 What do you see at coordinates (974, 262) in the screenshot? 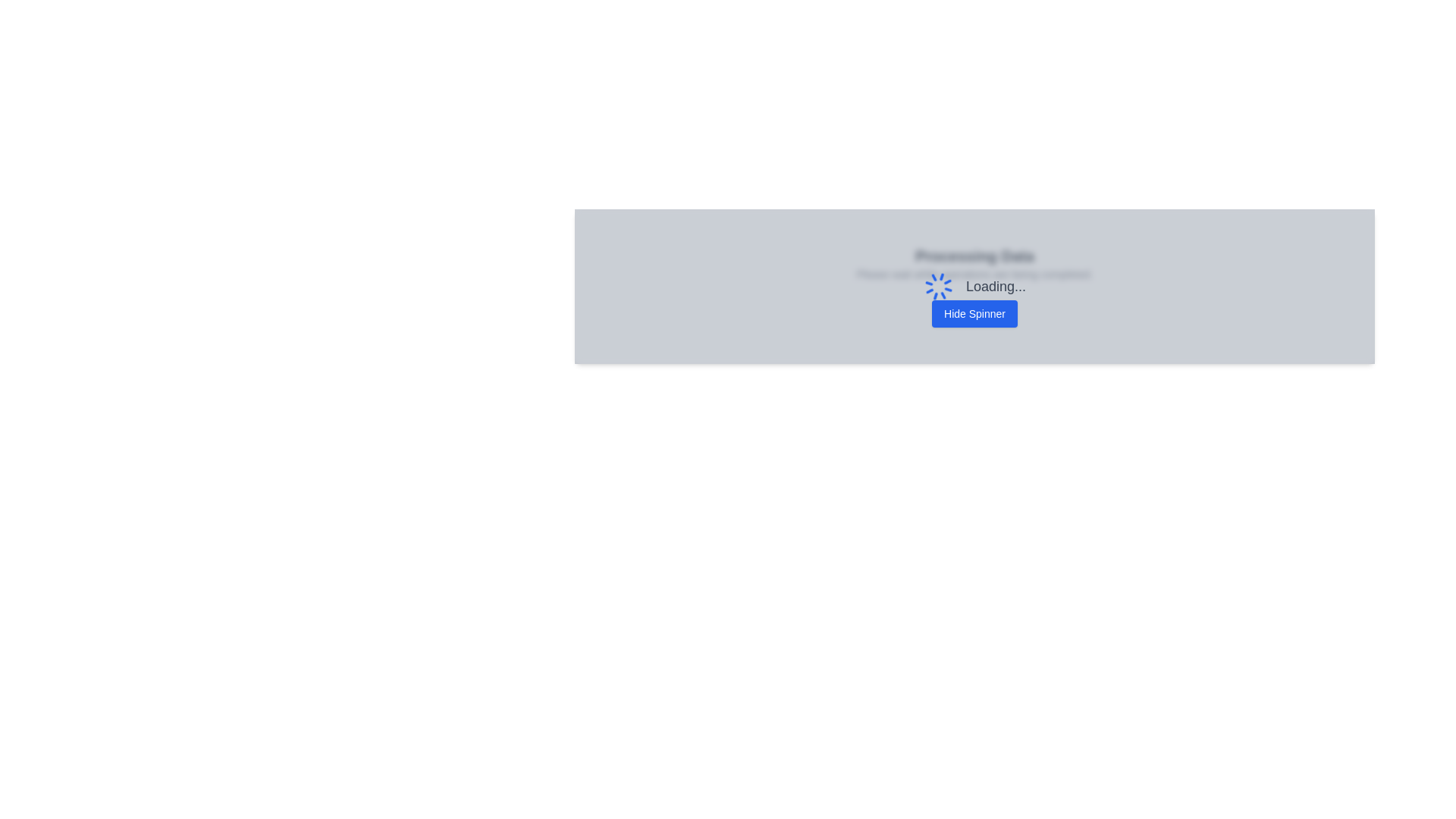
I see `the 'Processing Data' text display element, which contains the bold title 'Processing Data' and the smaller text 'Please wait while operations are being completed.'` at bounding box center [974, 262].